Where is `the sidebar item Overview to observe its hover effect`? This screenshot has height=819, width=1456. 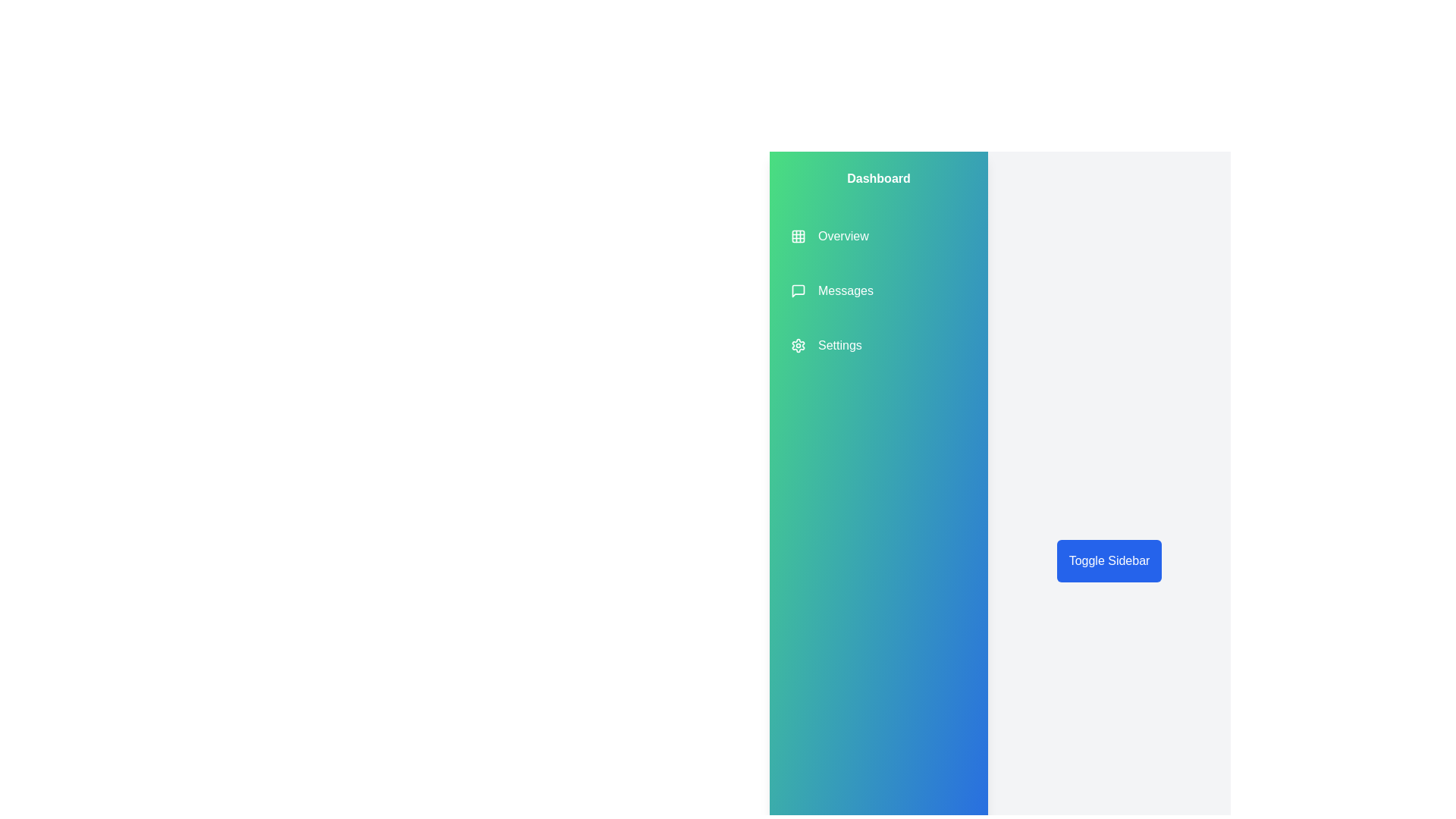 the sidebar item Overview to observe its hover effect is located at coordinates (829, 237).